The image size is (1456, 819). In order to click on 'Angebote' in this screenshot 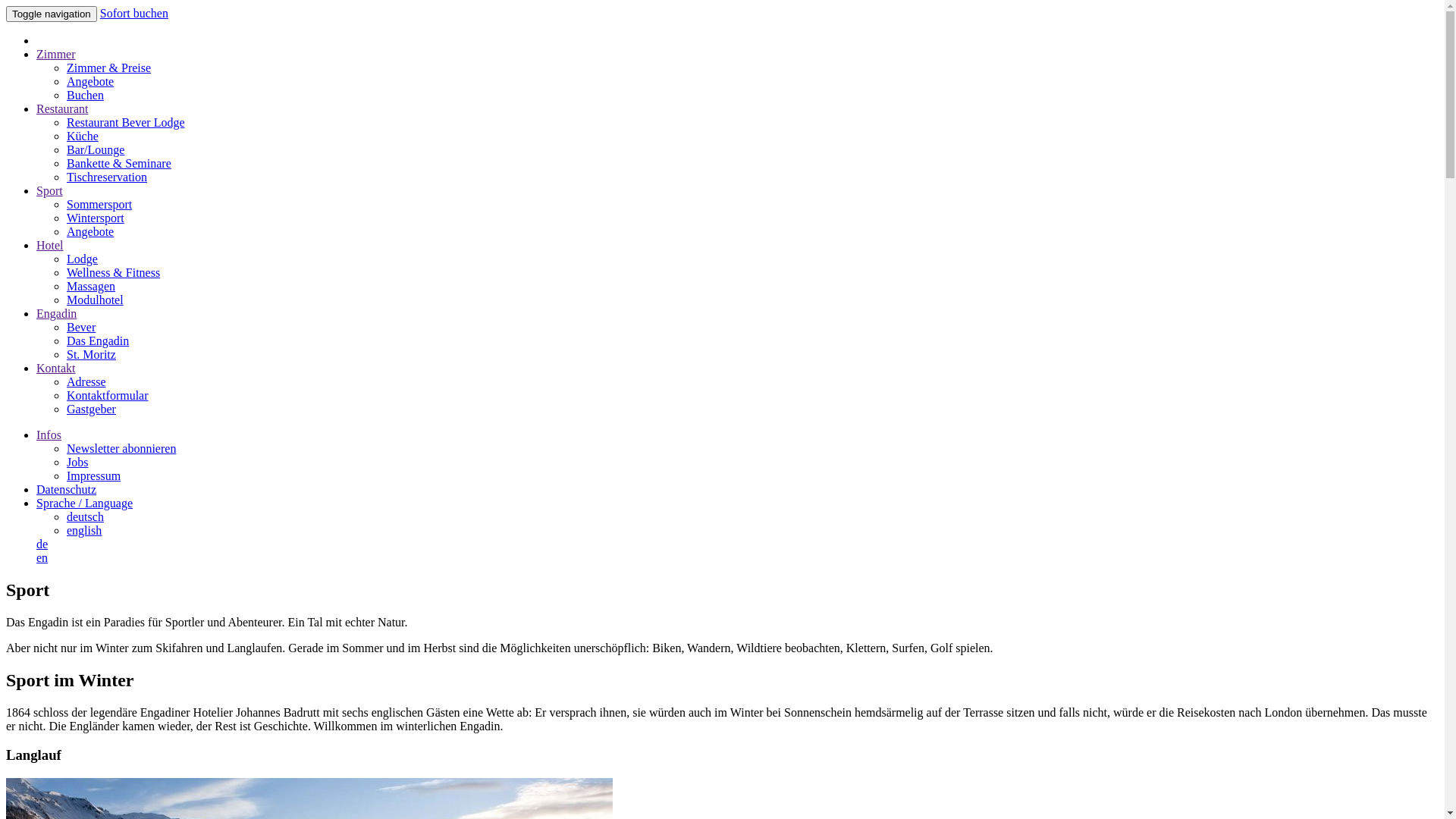, I will do `click(89, 231)`.